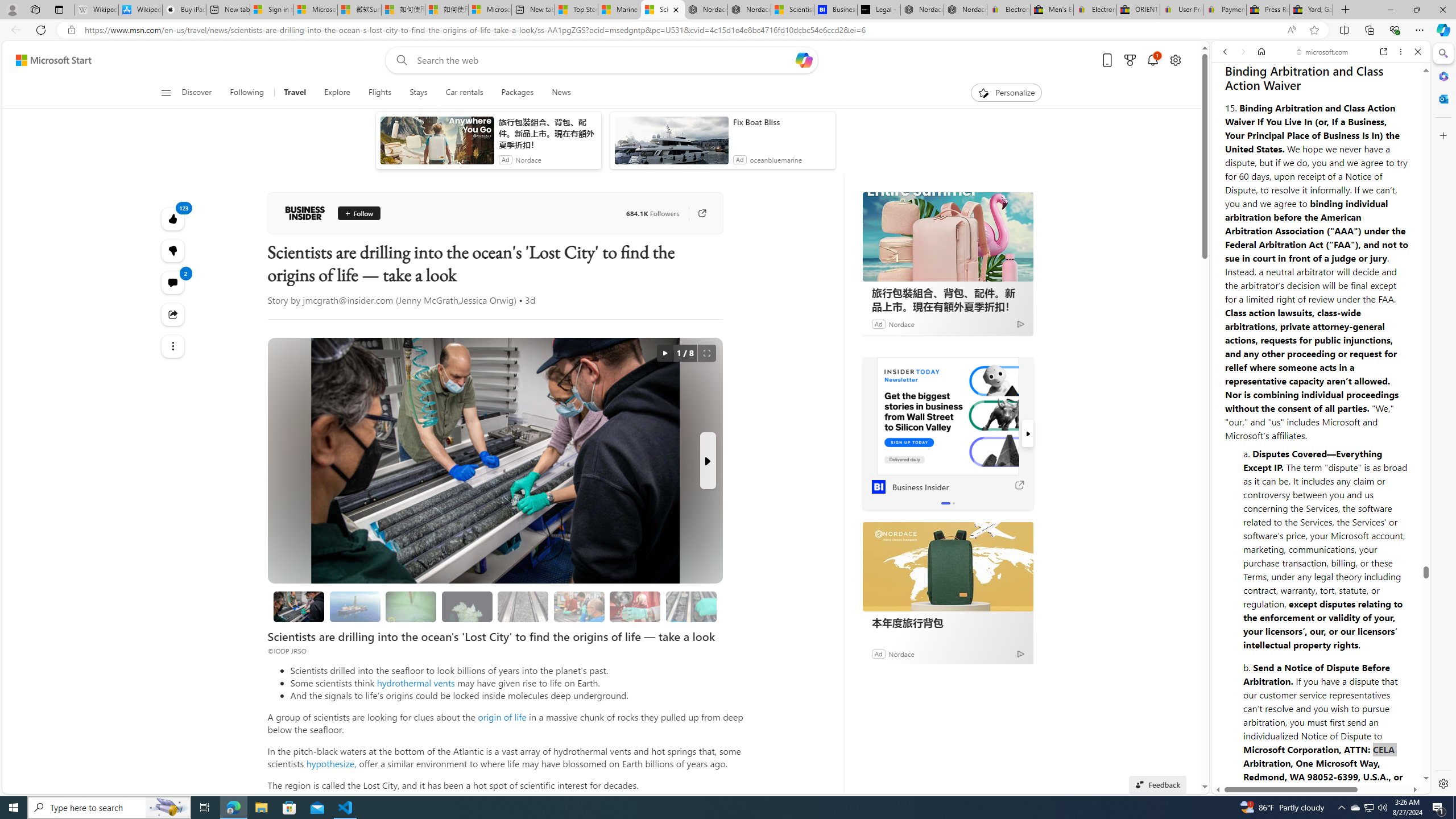 This screenshot has width=1456, height=819. Describe the element at coordinates (46, 59) in the screenshot. I see `'Skip to footer'` at that location.